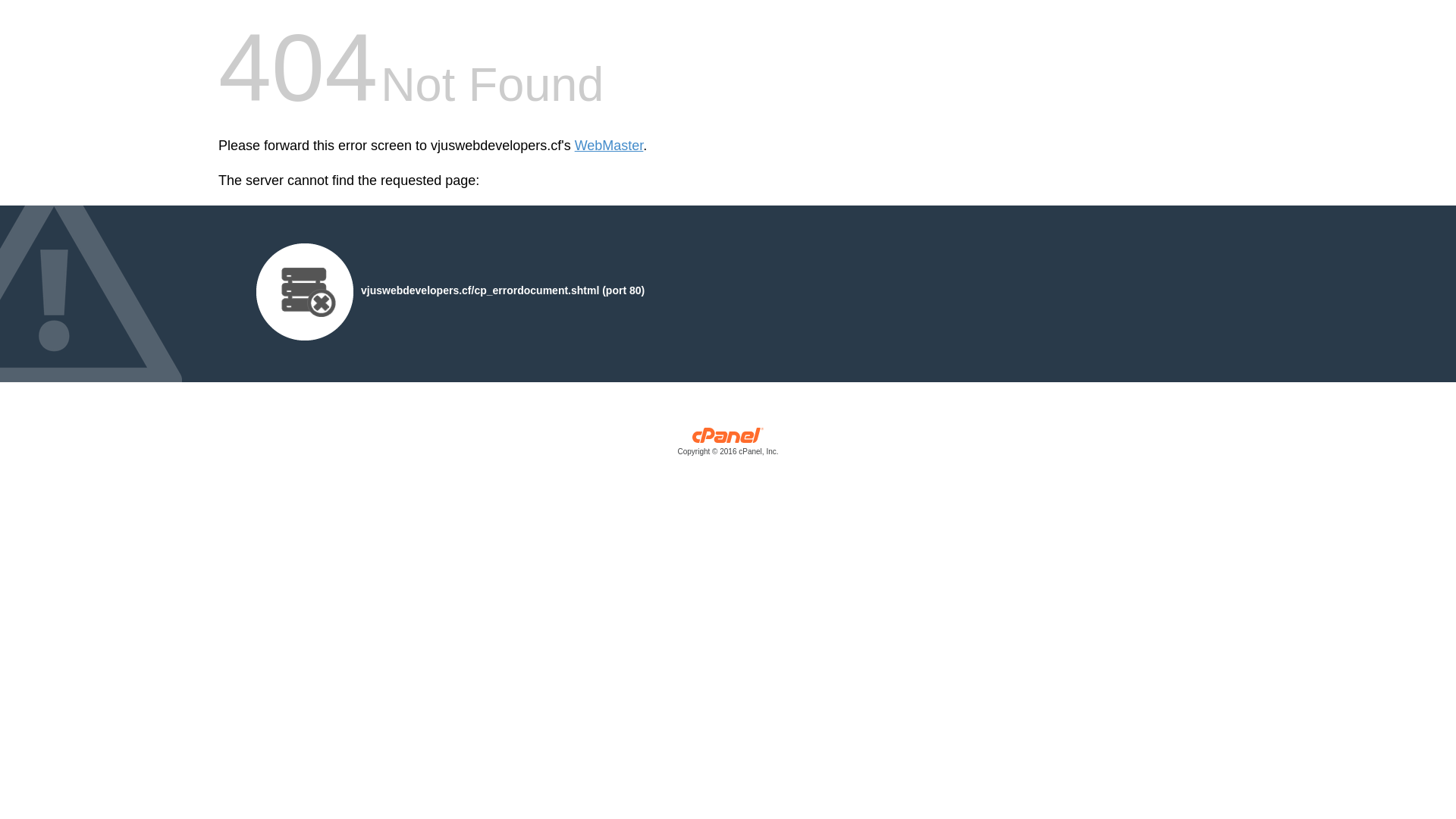 This screenshot has width=1456, height=819. Describe the element at coordinates (609, 146) in the screenshot. I see `'WebMaster'` at that location.